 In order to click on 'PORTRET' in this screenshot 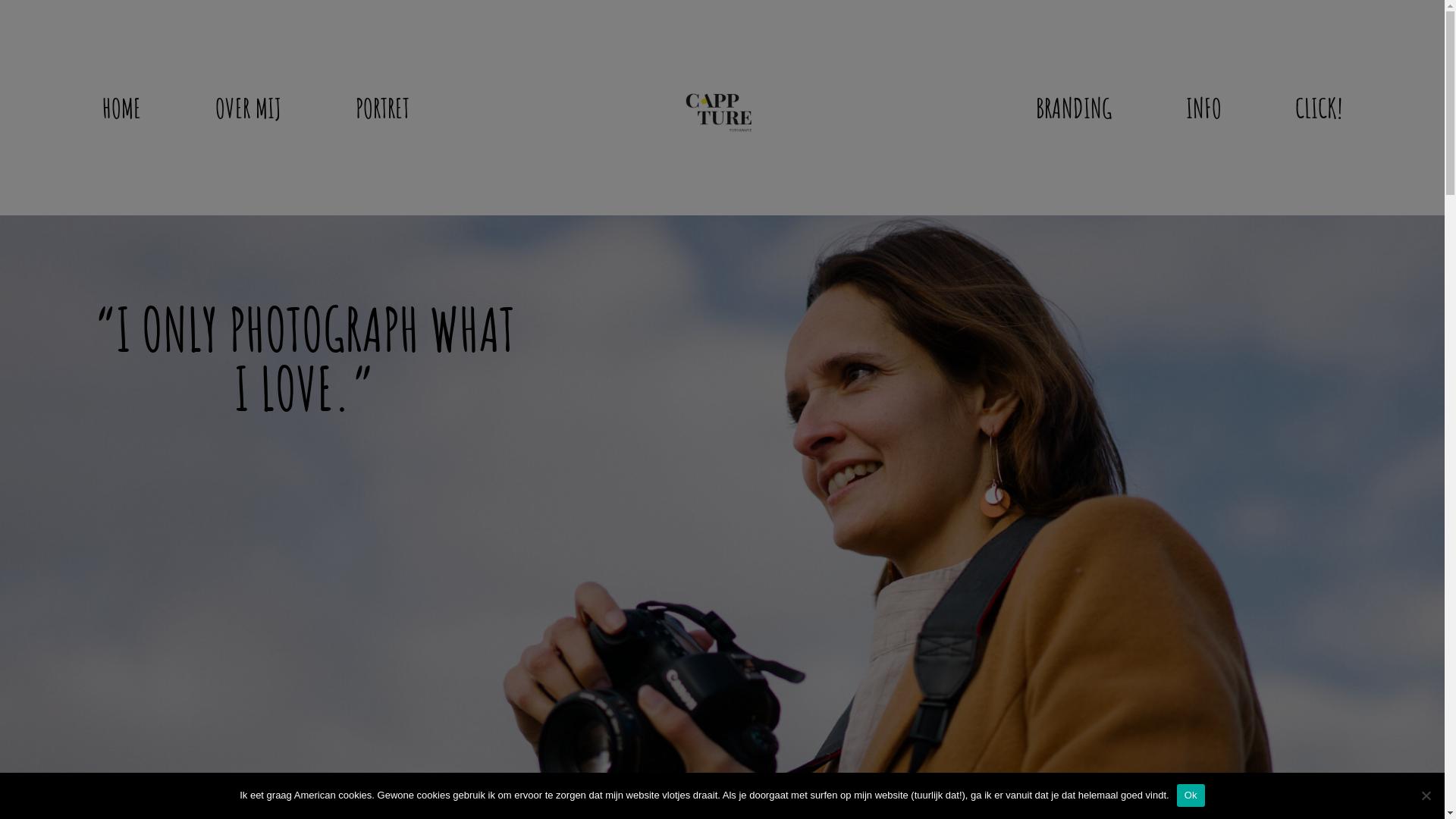, I will do `click(382, 107)`.